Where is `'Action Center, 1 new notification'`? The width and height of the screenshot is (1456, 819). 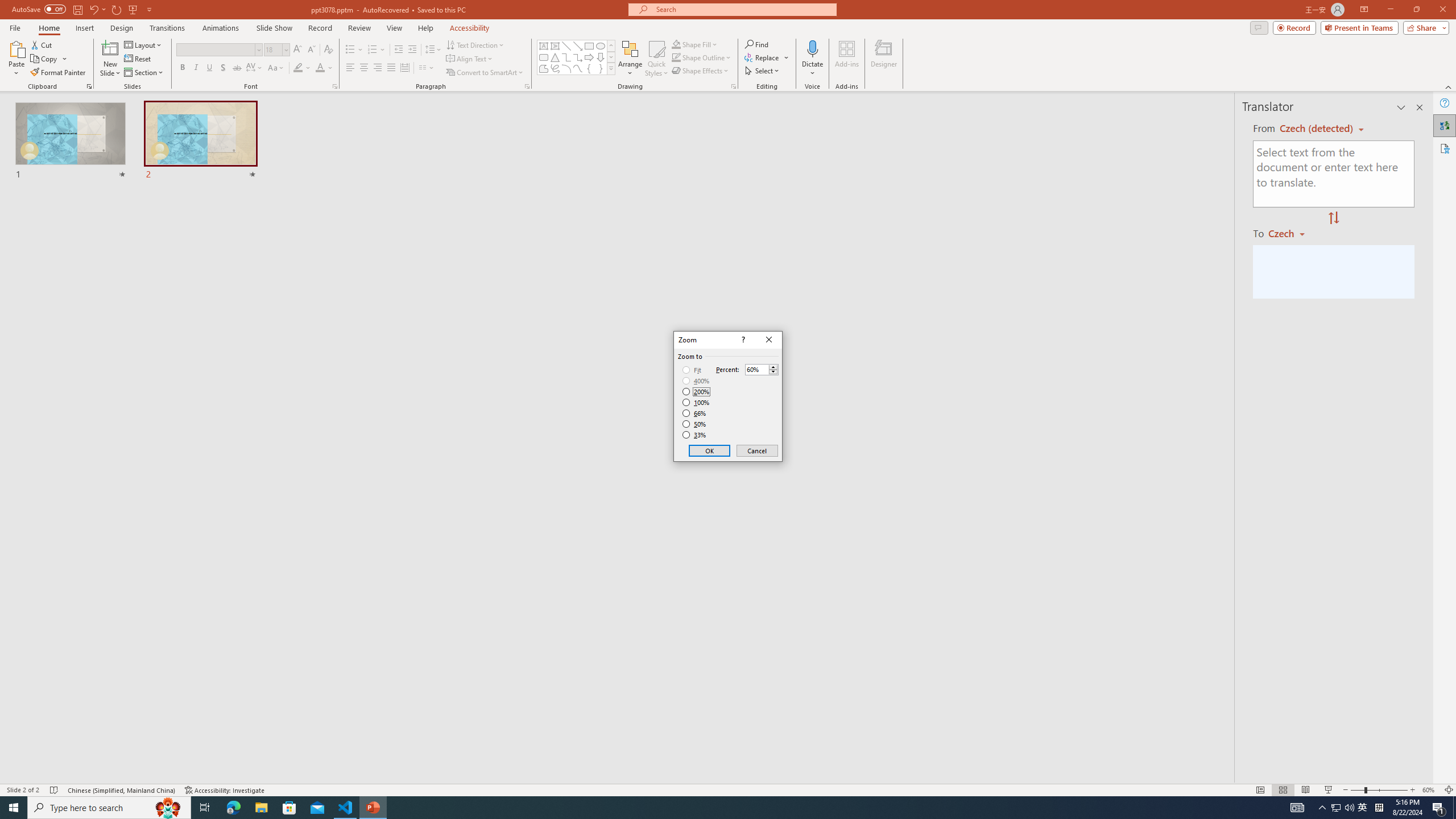
'Action Center, 1 new notification' is located at coordinates (1439, 806).